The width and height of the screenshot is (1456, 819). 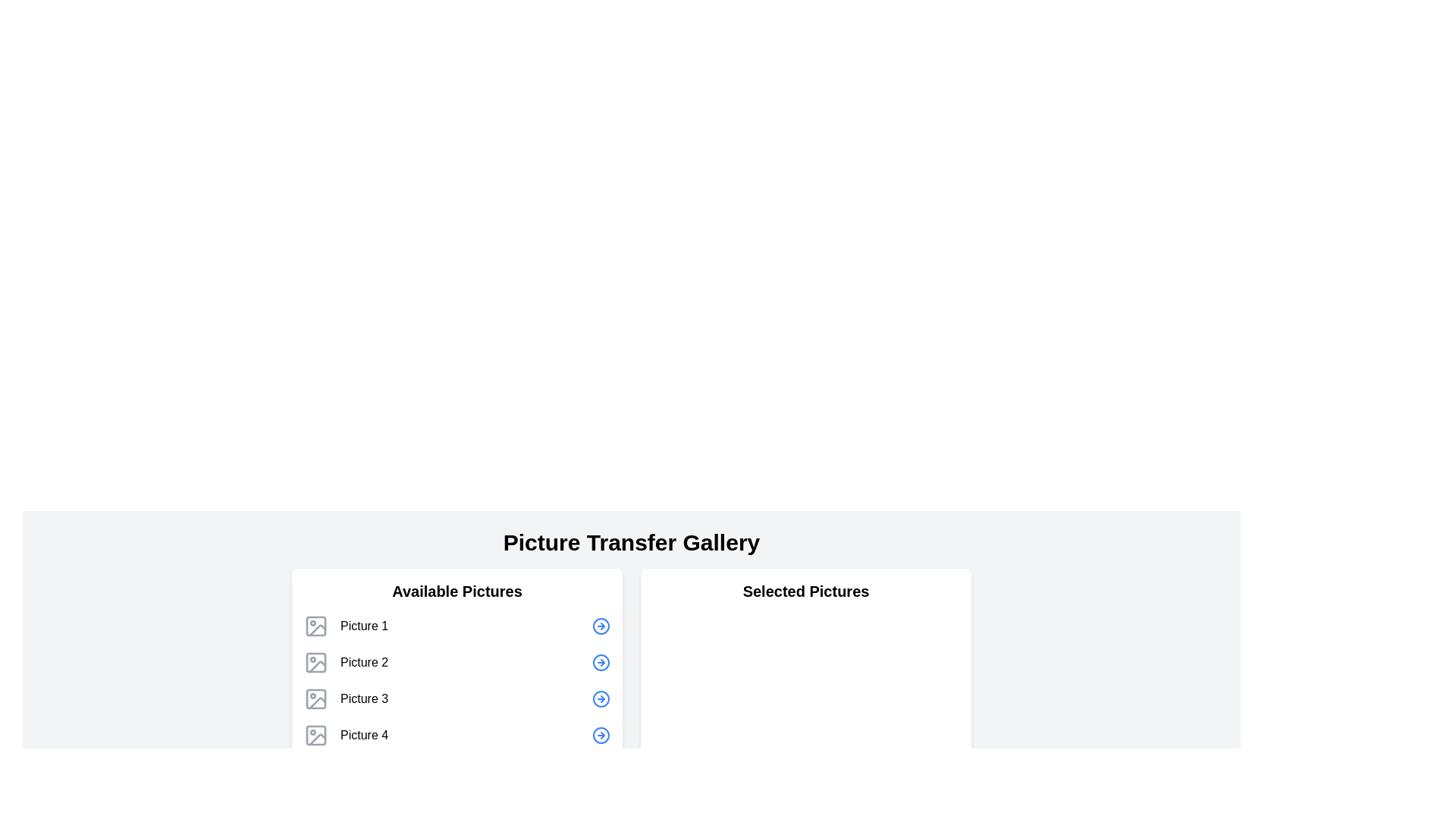 I want to click on the circular button with a blue outline and a rightward-pointing arrow in its center, located to the far right of the first row in the 'Available Pictures' section, to initiate the transfer of the associated picture, so click(x=600, y=626).